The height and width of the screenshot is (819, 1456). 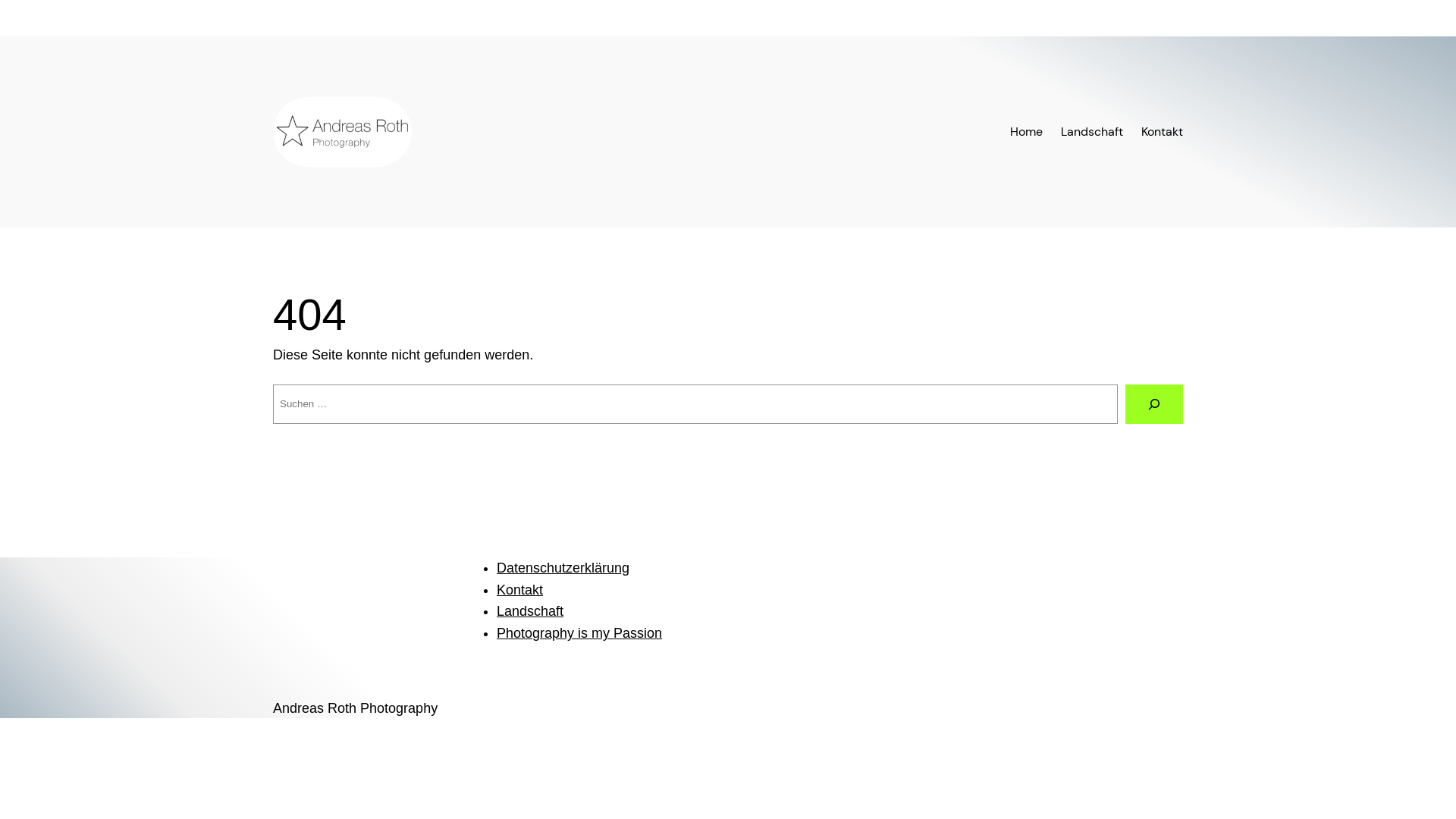 I want to click on 'Photography is my Passion', so click(x=578, y=632).